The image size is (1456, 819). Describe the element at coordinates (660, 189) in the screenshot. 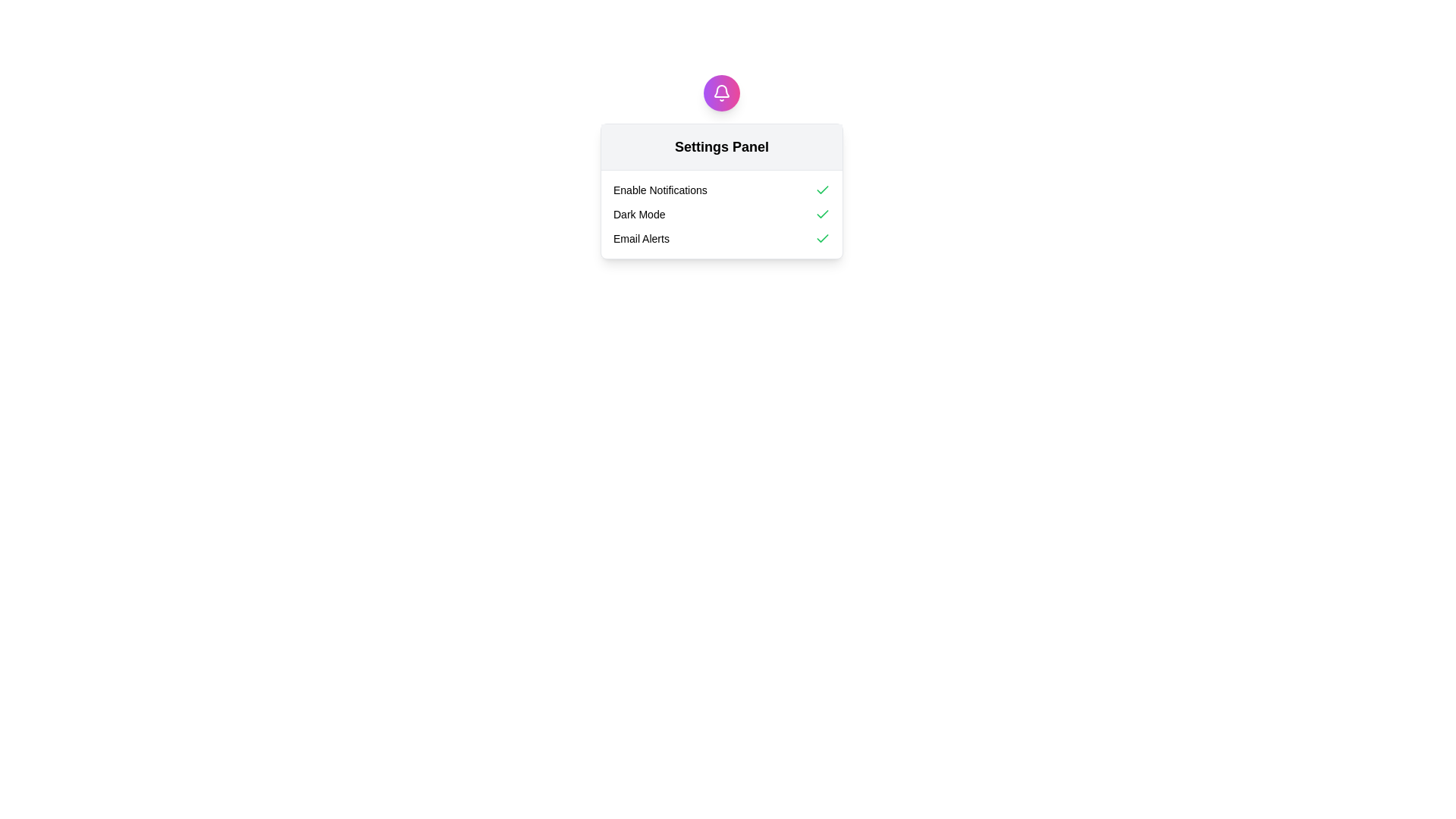

I see `text label displaying 'Enable Notifications' located in the upper portion of the settings panel, which is the first item in a vertically-aligned list of settings options` at that location.